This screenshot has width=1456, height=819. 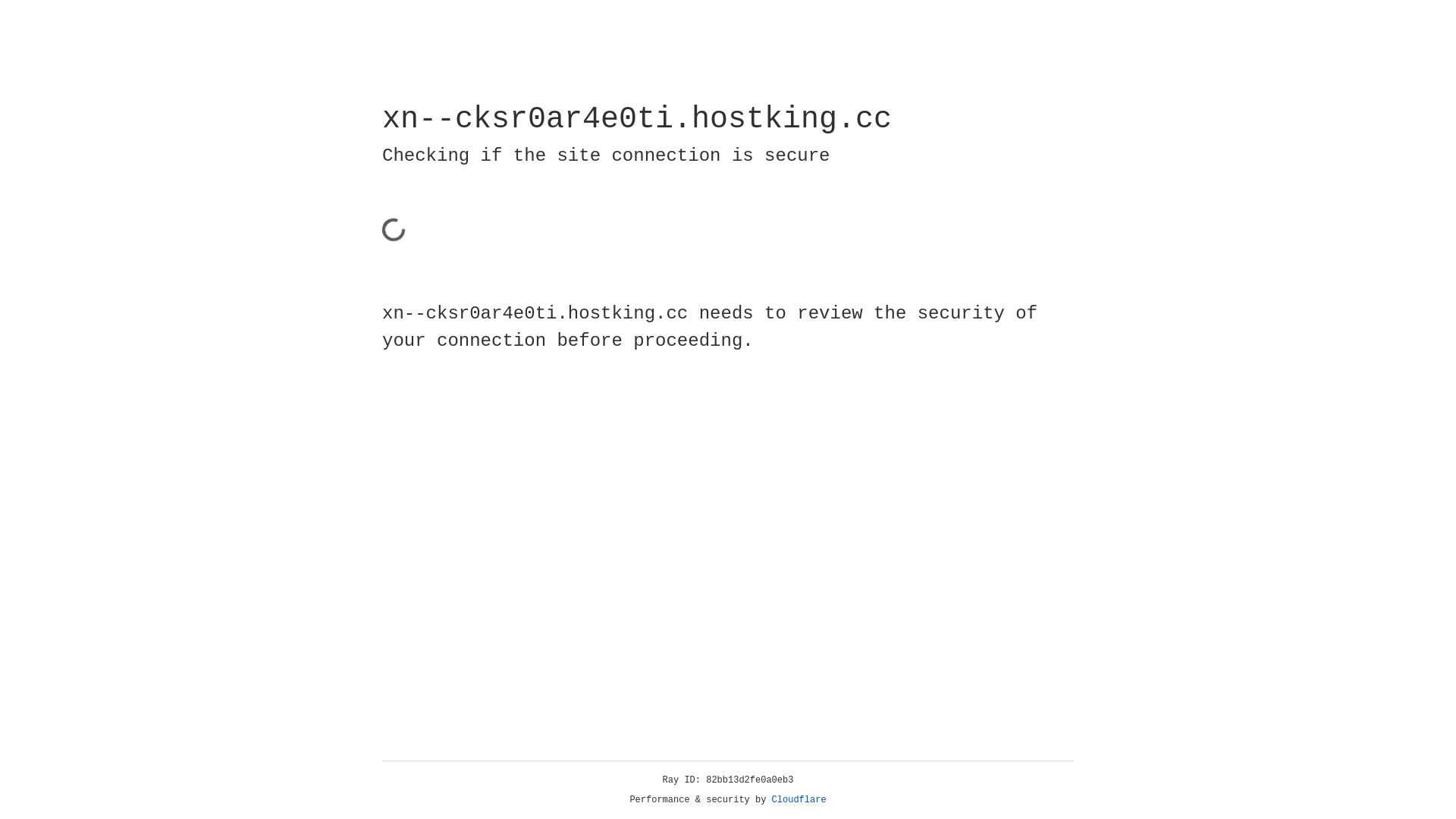 I want to click on 'Cloudflare', so click(x=799, y=799).